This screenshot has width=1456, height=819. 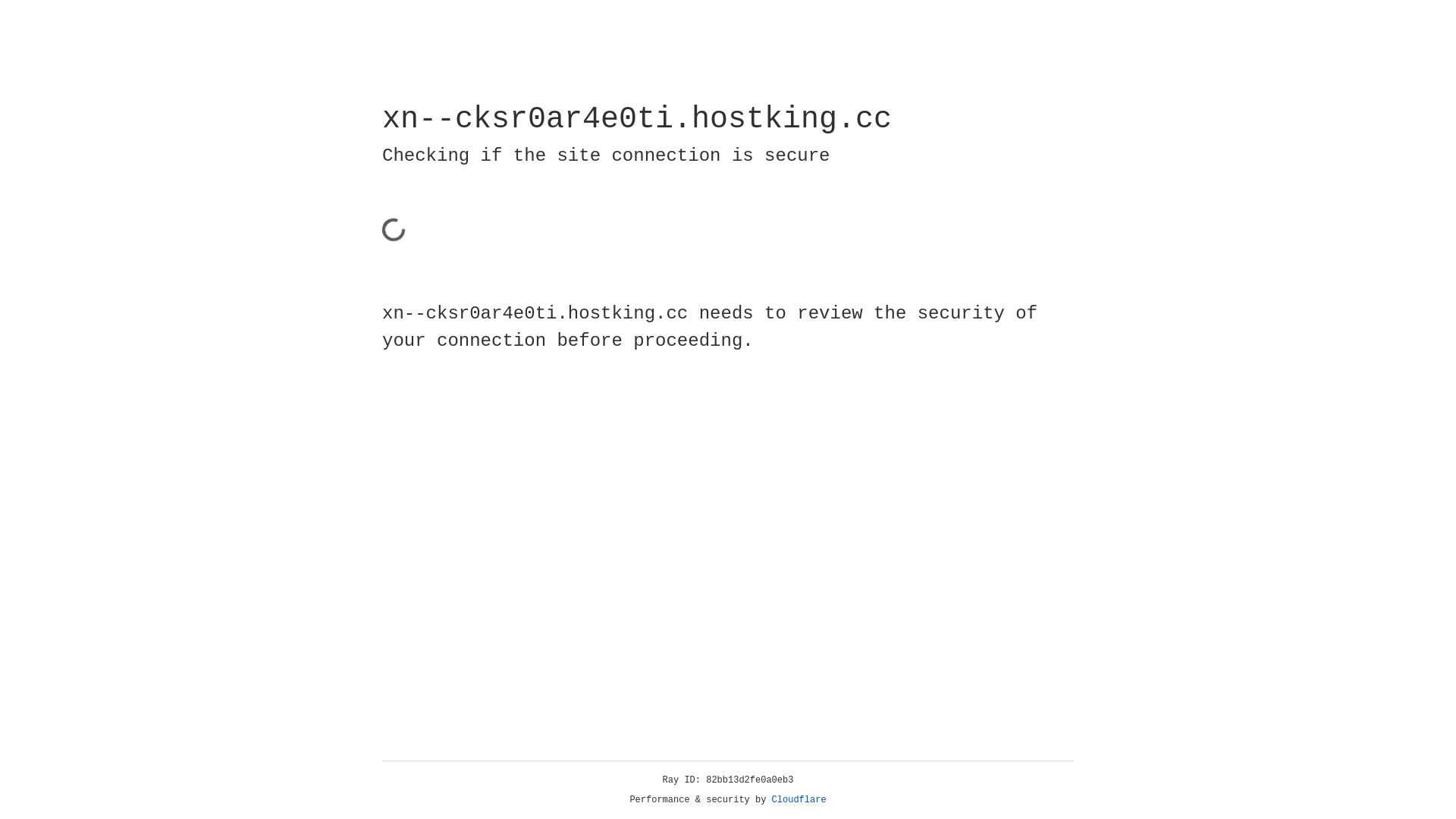 I want to click on 'Cloudflare', so click(x=799, y=799).